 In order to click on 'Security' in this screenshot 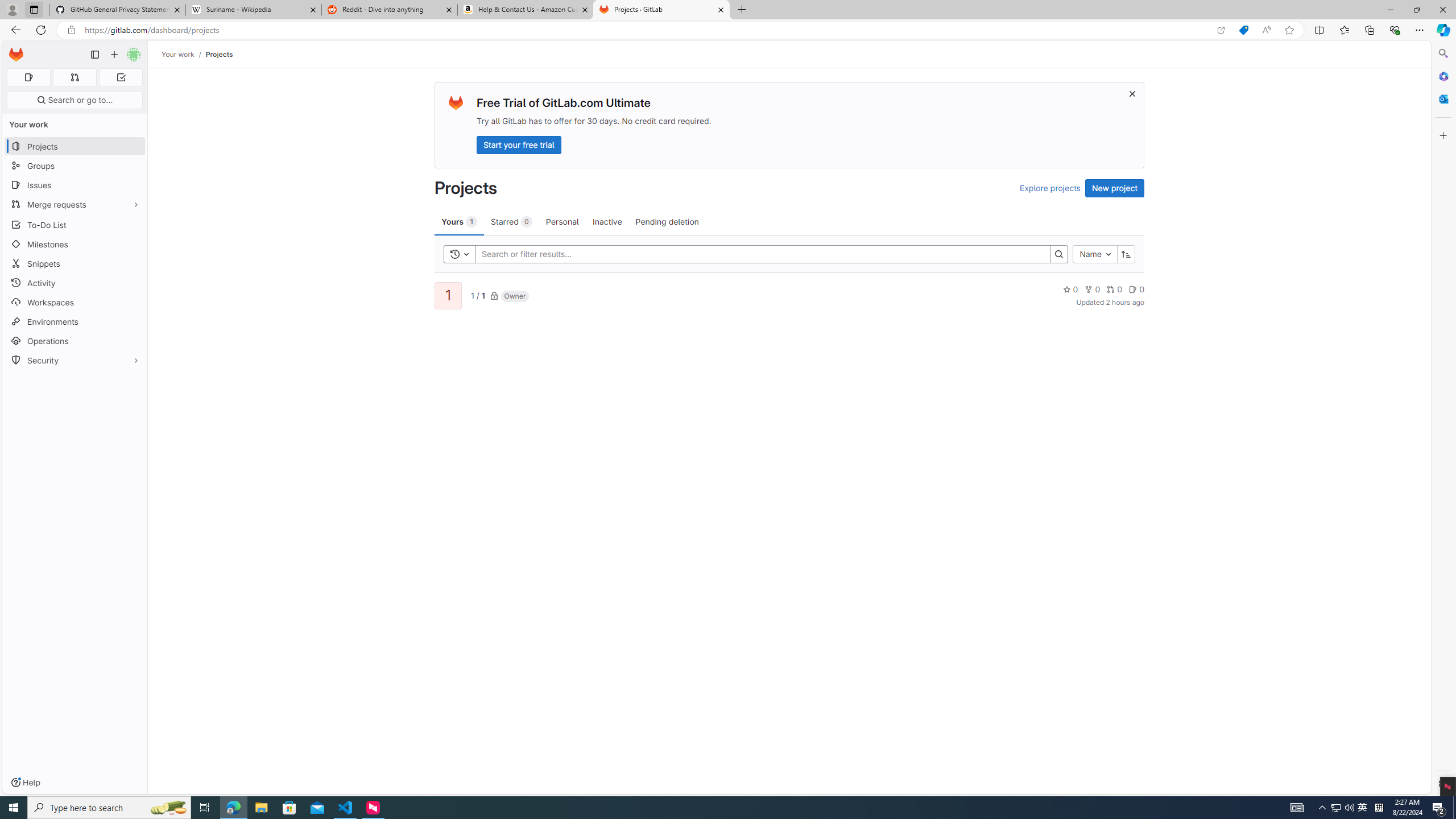, I will do `click(74, 359)`.